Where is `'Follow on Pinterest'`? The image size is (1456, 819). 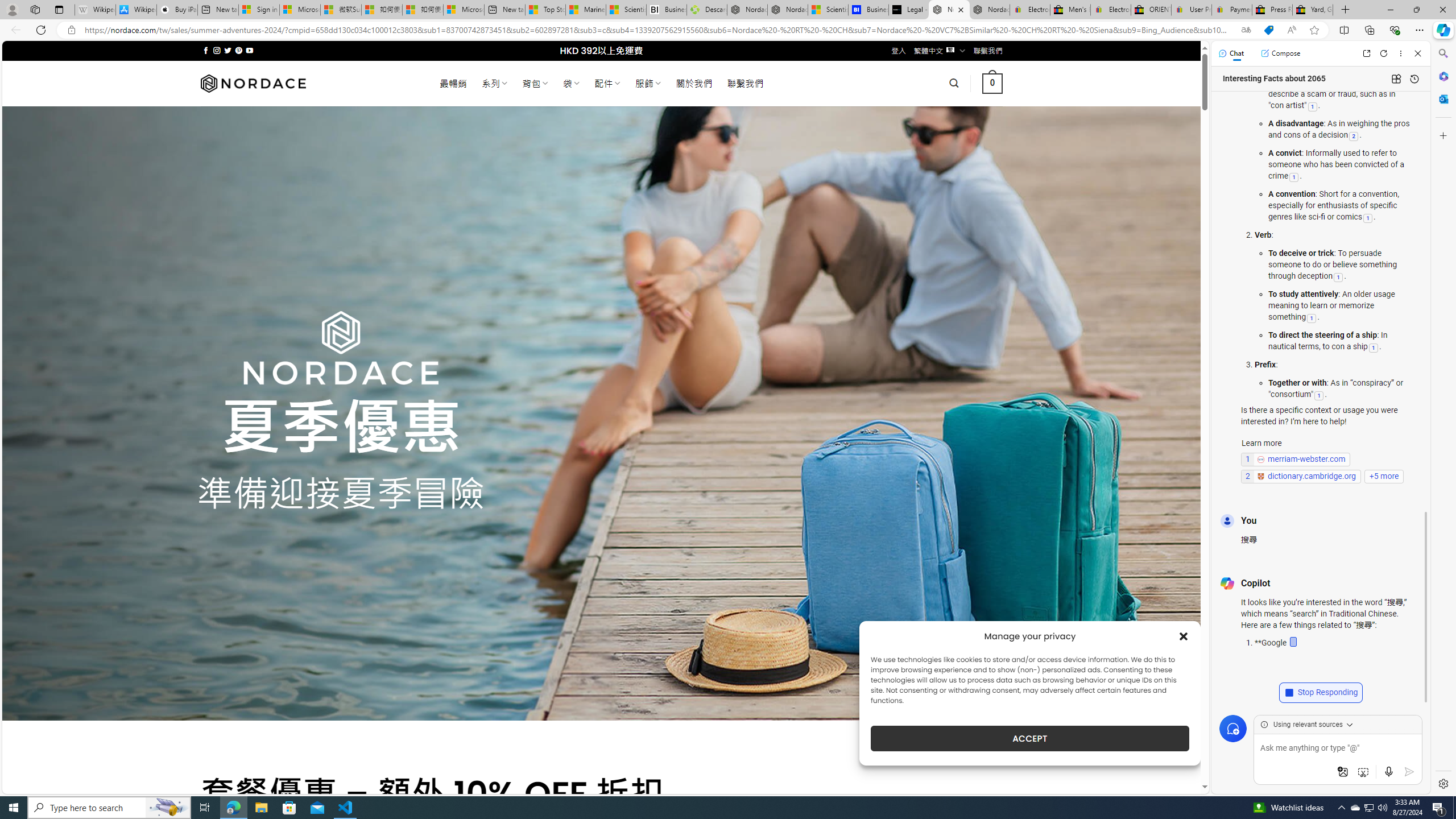
'Follow on Pinterest' is located at coordinates (237, 50).